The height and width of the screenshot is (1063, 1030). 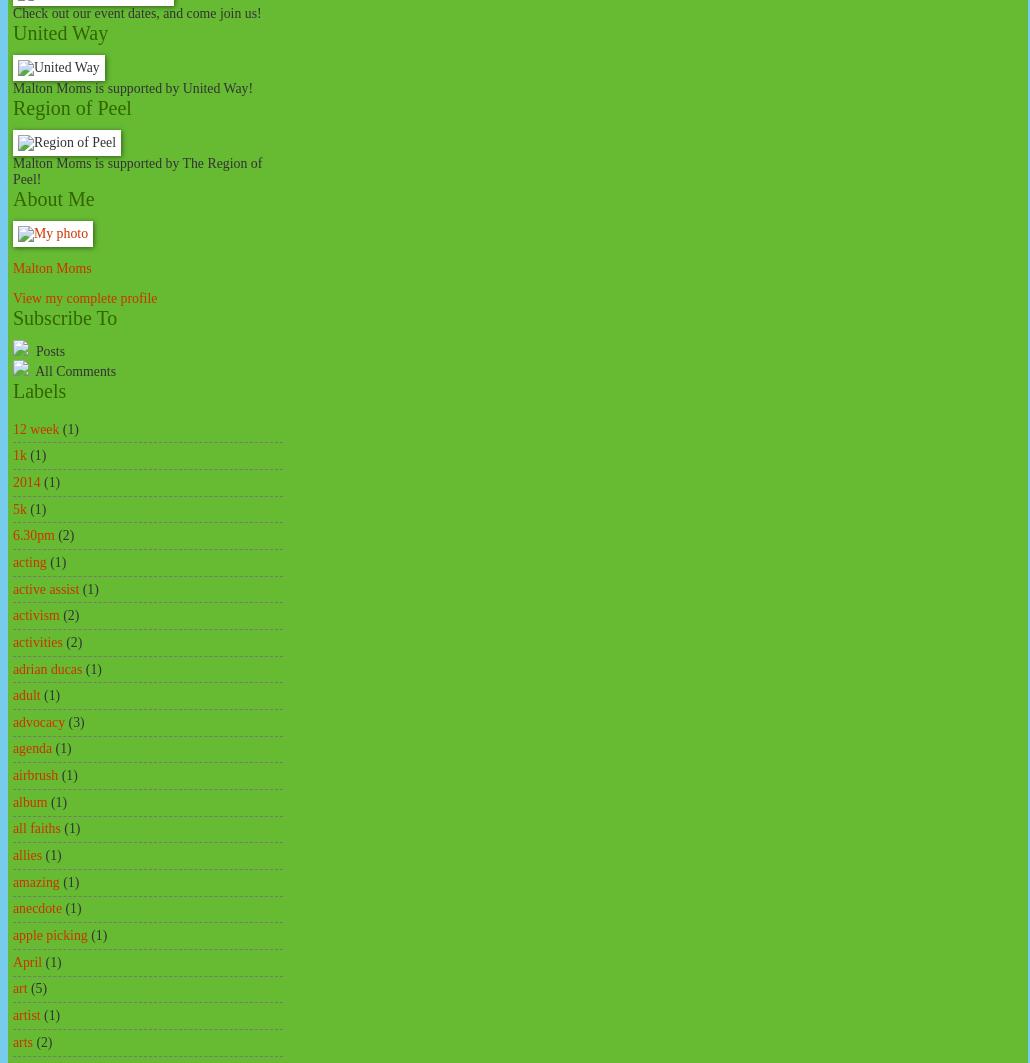 I want to click on '12 week', so click(x=36, y=428).